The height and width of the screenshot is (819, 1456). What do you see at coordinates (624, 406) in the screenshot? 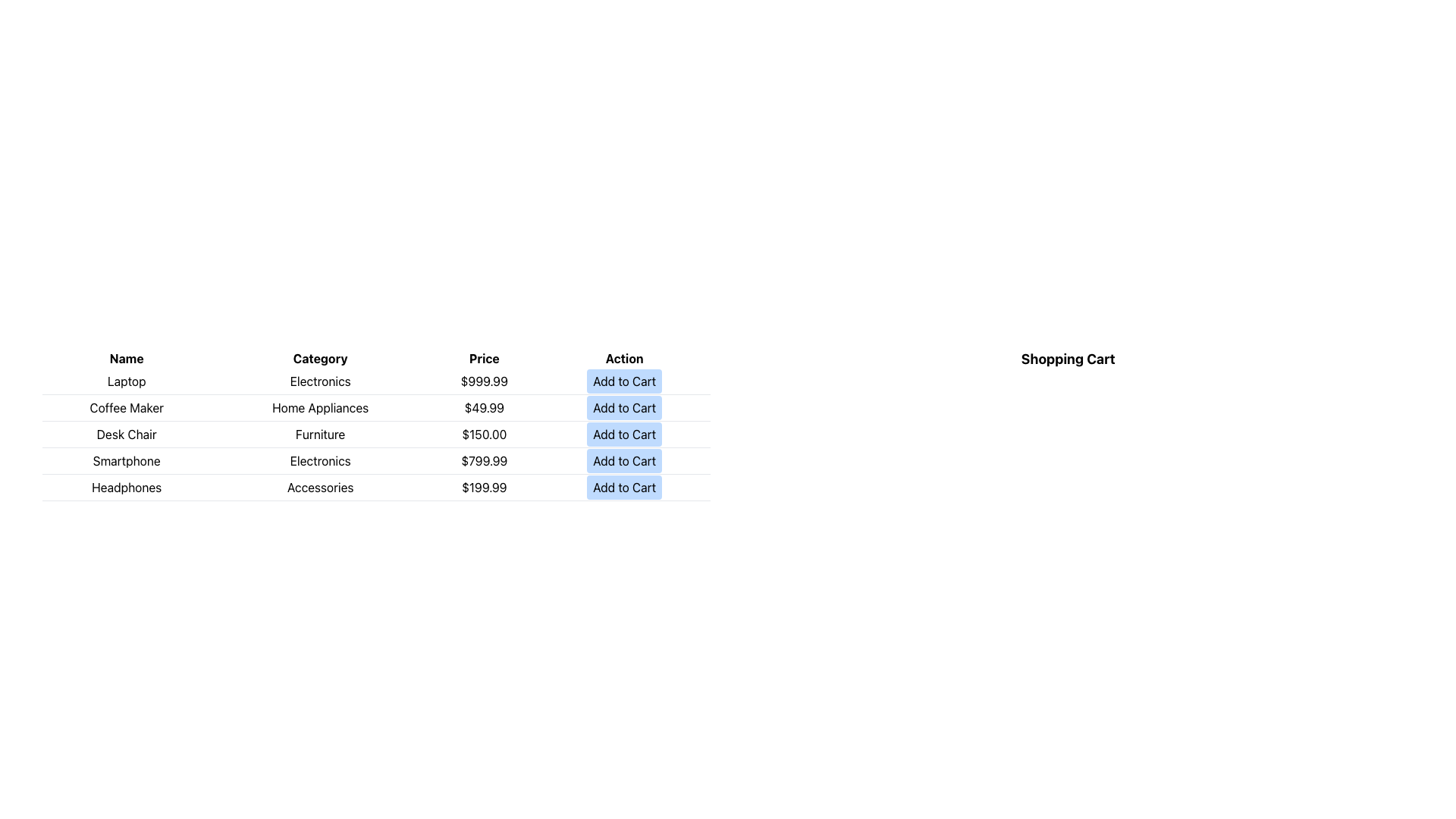
I see `the 'Add to Cart' button with a light blue background and black text, located in the 'Action' column under the 'Coffee Maker' item` at bounding box center [624, 406].